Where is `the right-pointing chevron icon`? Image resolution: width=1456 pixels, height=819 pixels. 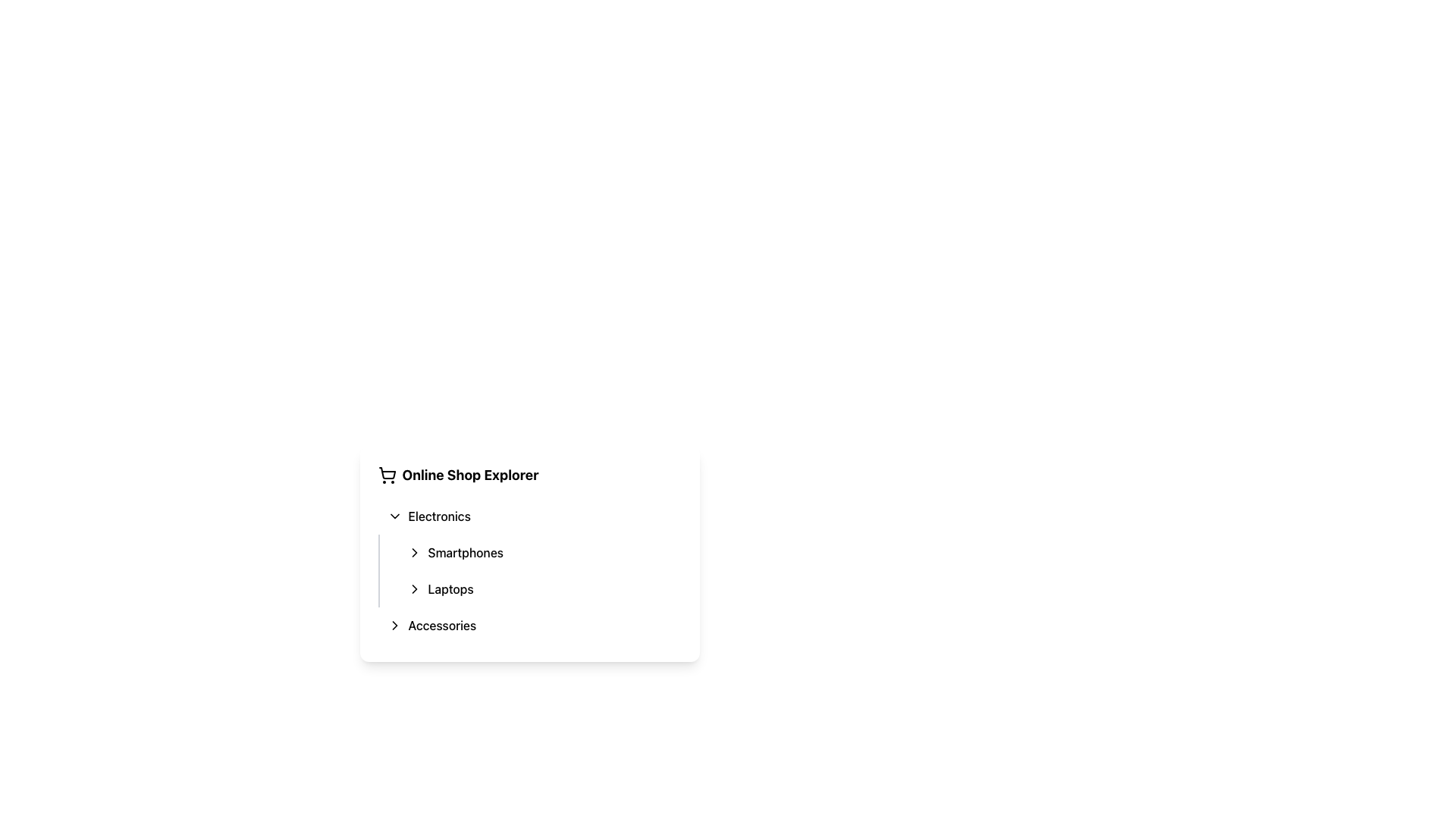 the right-pointing chevron icon is located at coordinates (414, 588).